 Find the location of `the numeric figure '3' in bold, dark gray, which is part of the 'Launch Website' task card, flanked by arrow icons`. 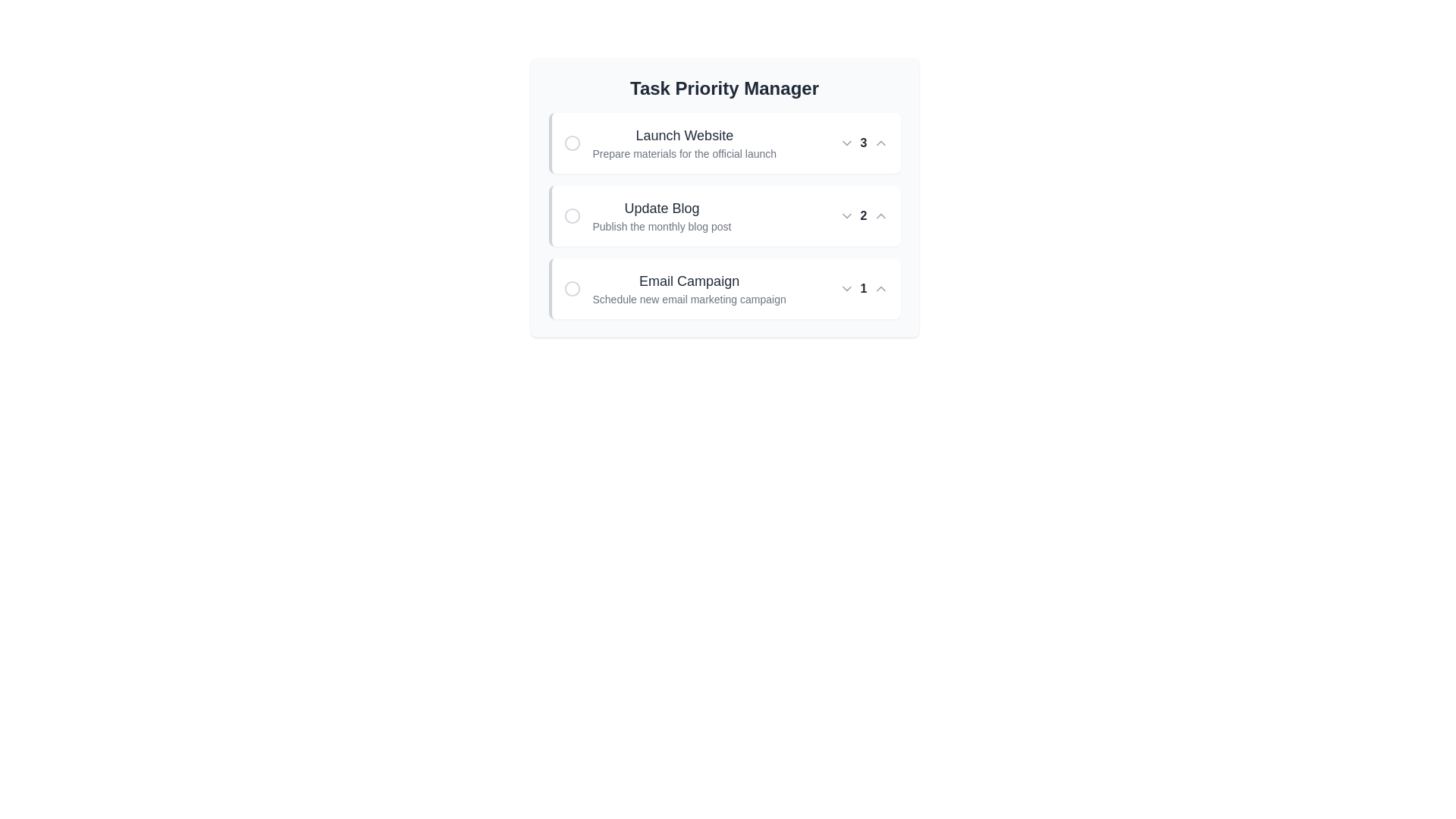

the numeric figure '3' in bold, dark gray, which is part of the 'Launch Website' task card, flanked by arrow icons is located at coordinates (864, 143).